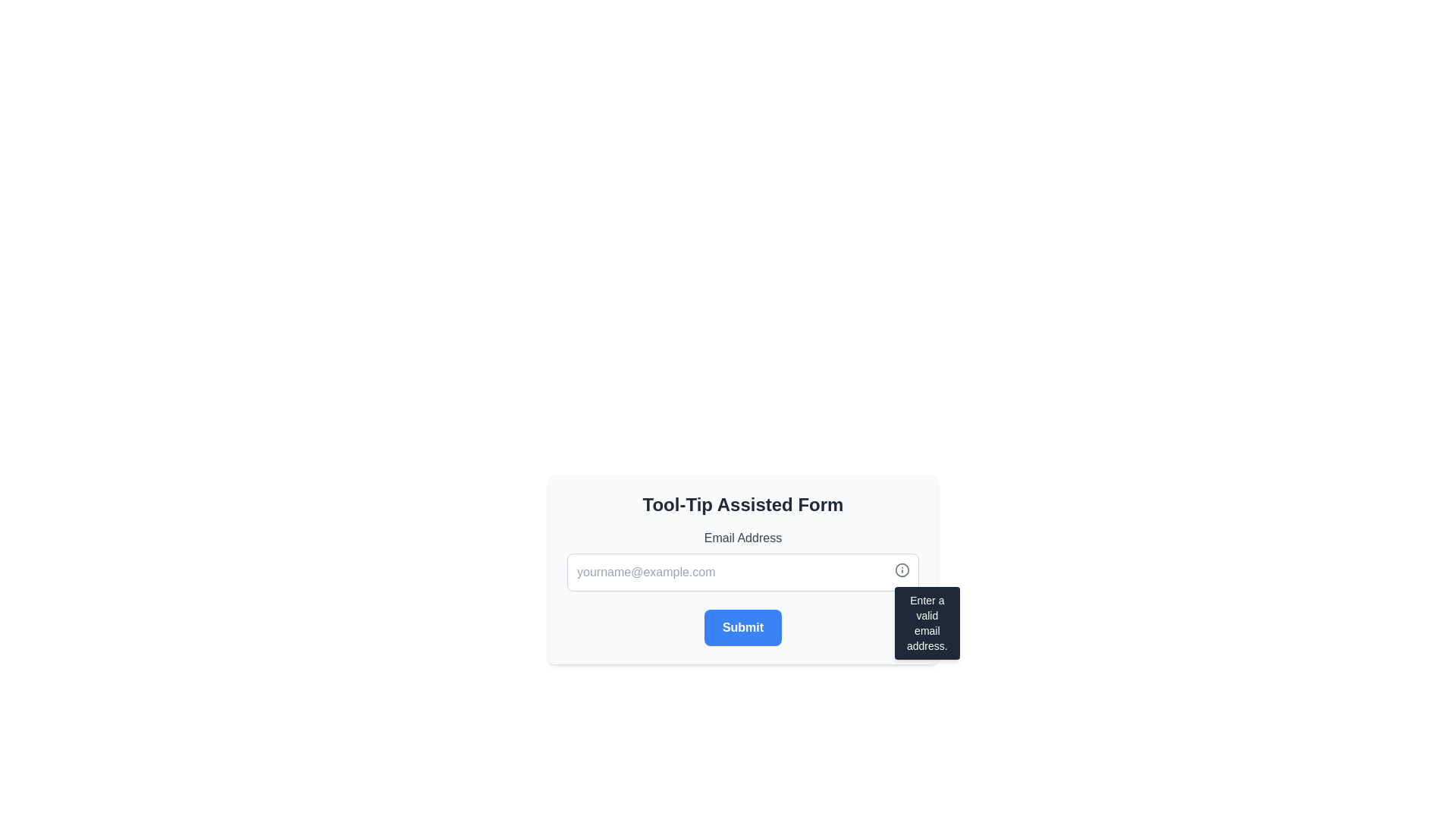 The width and height of the screenshot is (1456, 819). What do you see at coordinates (742, 628) in the screenshot?
I see `the 'Submit' button with a white label on a bold blue background` at bounding box center [742, 628].